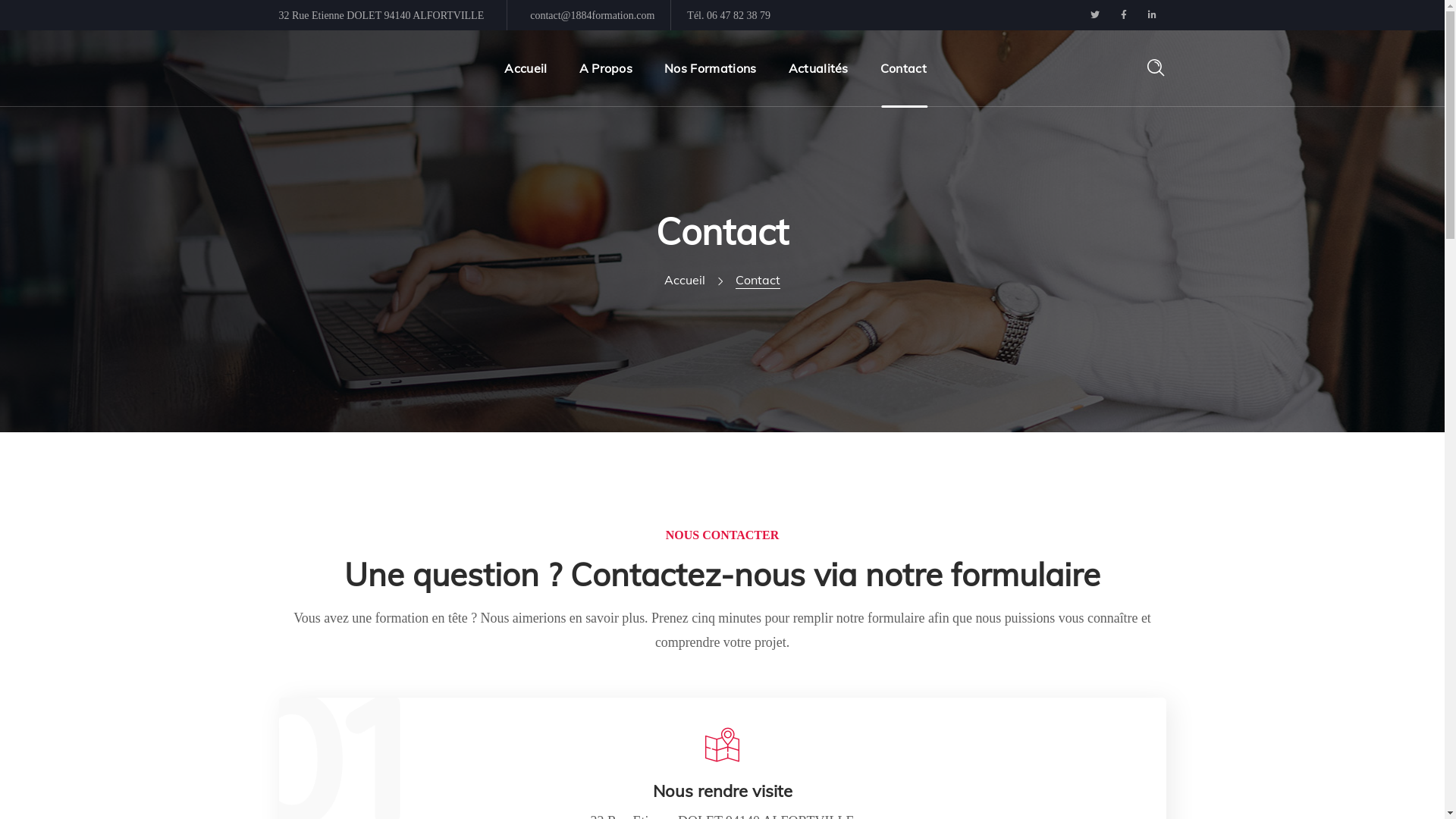 Image resolution: width=1456 pixels, height=819 pixels. Describe the element at coordinates (488, 67) in the screenshot. I see `'Accueil'` at that location.